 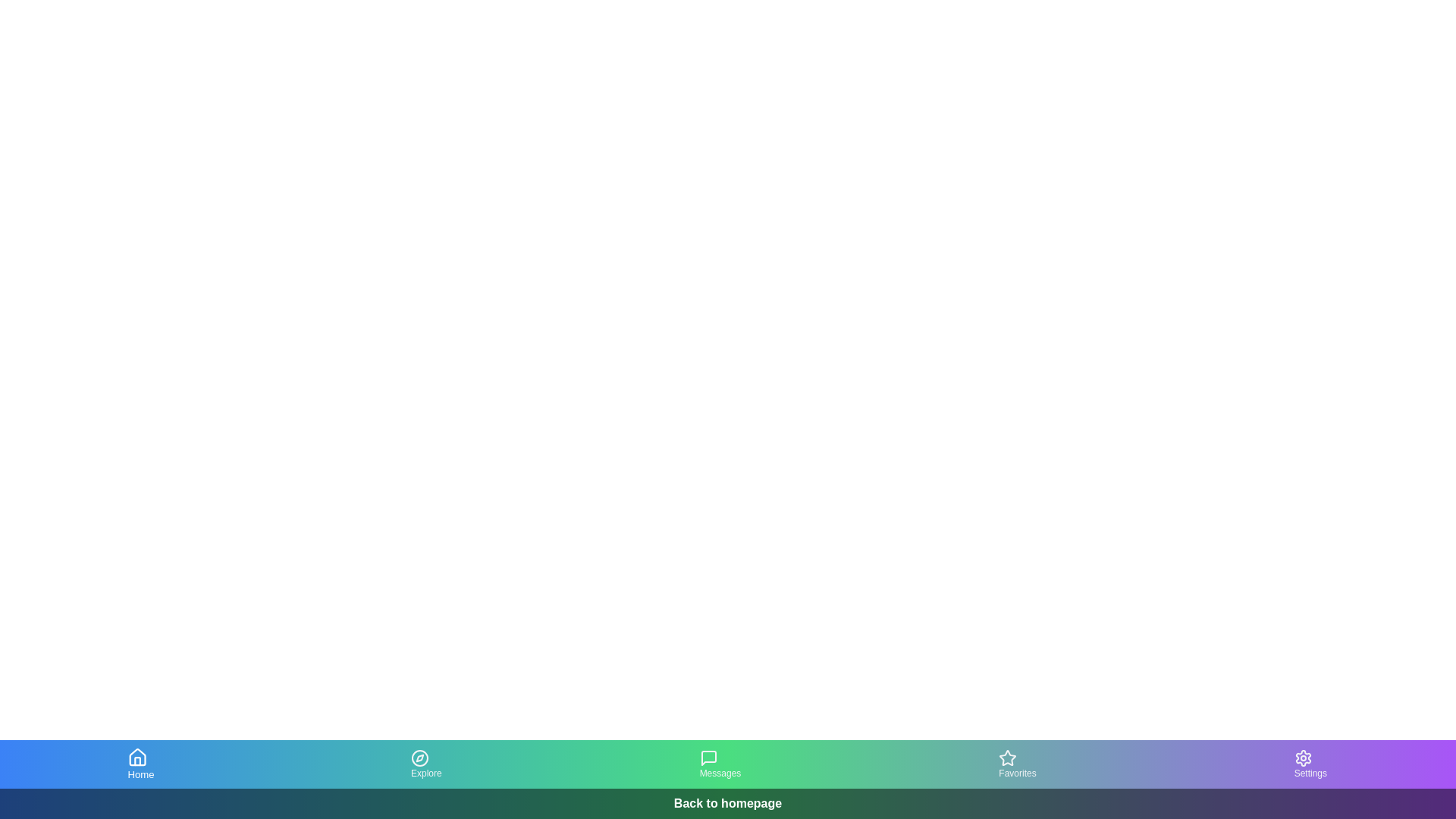 I want to click on the Messages tab in the bottom navigation bar, so click(x=720, y=764).